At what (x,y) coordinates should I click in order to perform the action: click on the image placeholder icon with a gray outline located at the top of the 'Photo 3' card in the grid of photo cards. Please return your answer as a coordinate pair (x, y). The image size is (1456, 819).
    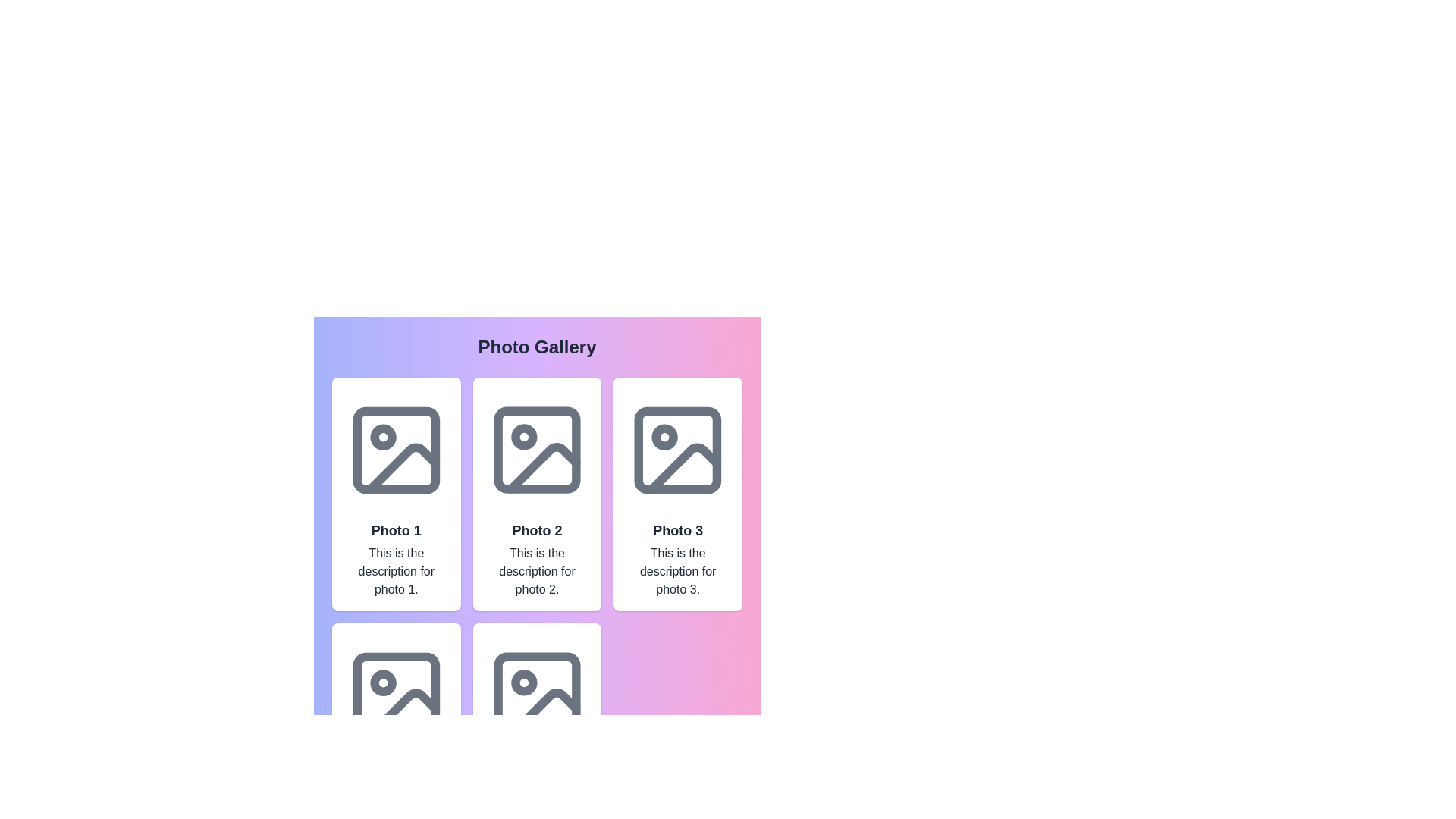
    Looking at the image, I should click on (676, 450).